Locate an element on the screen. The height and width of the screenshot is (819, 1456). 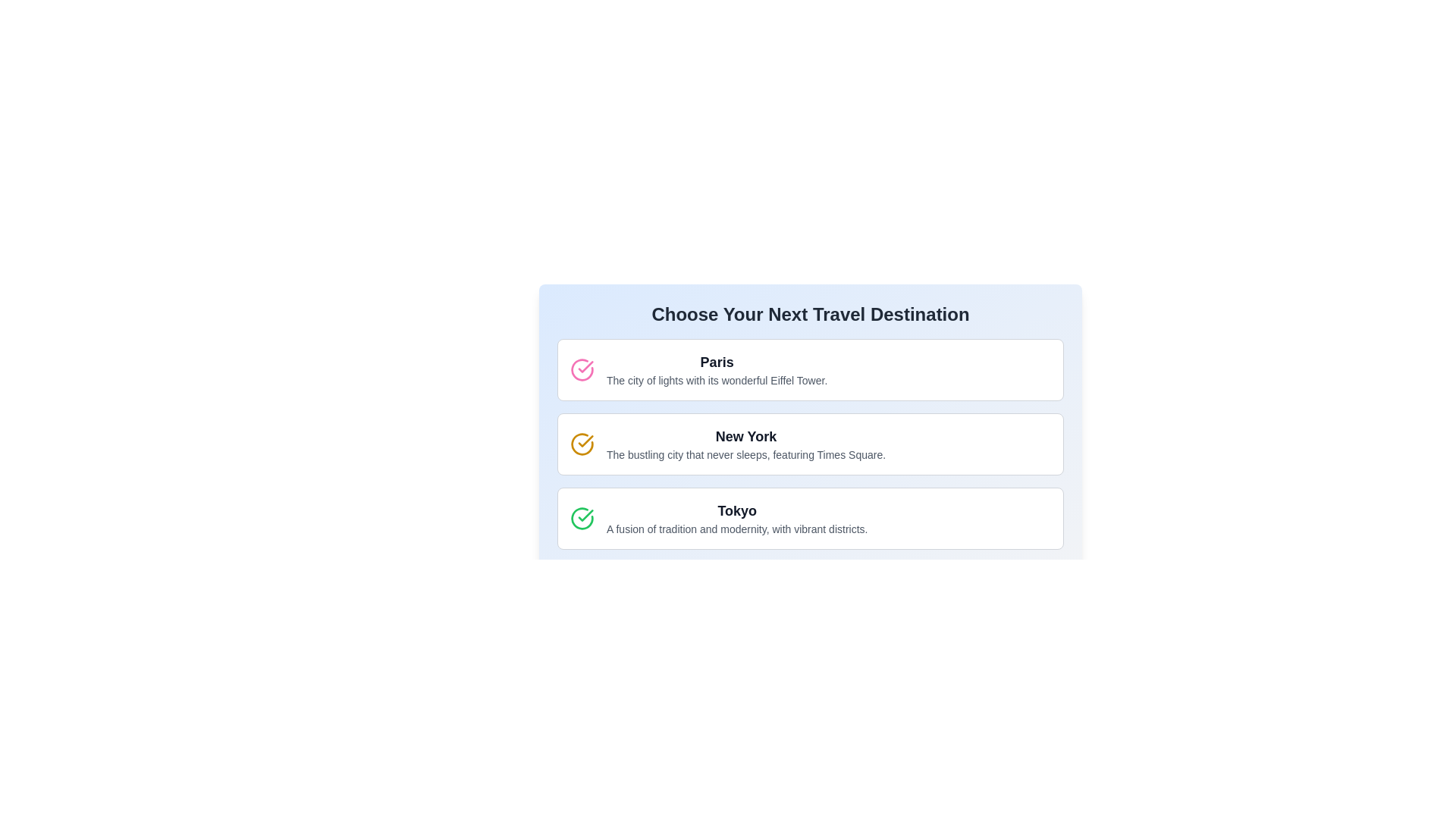
the Circular Check Icon, which is a yellow circular icon with a checkmark inside, located to the left of the text 'New York' in the second option of the travel destinations list is located at coordinates (582, 444).